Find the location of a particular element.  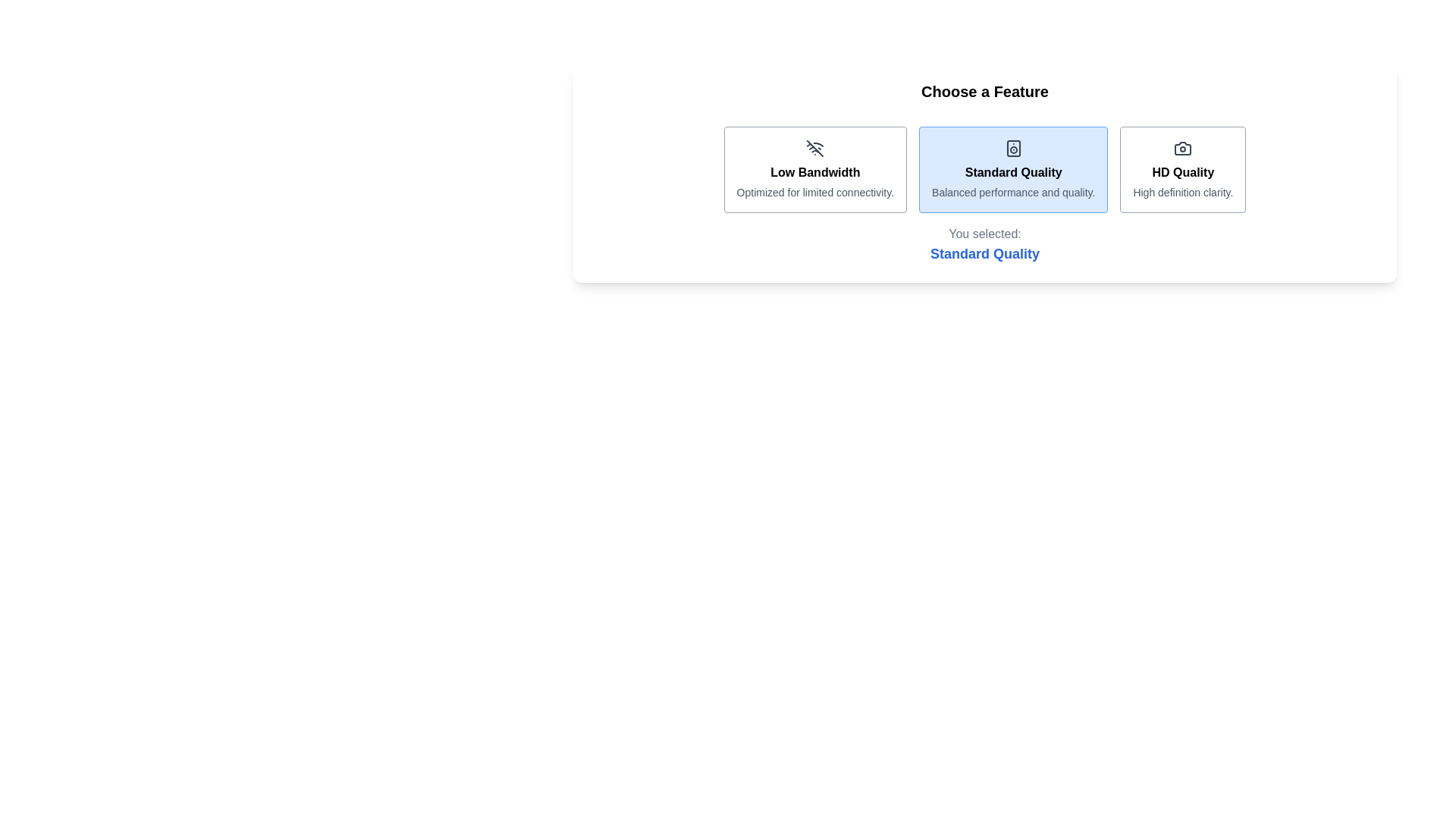

the text label displaying 'Standard Quality', which is the title of the second card from the left in a grid layout of three options is located at coordinates (1013, 171).